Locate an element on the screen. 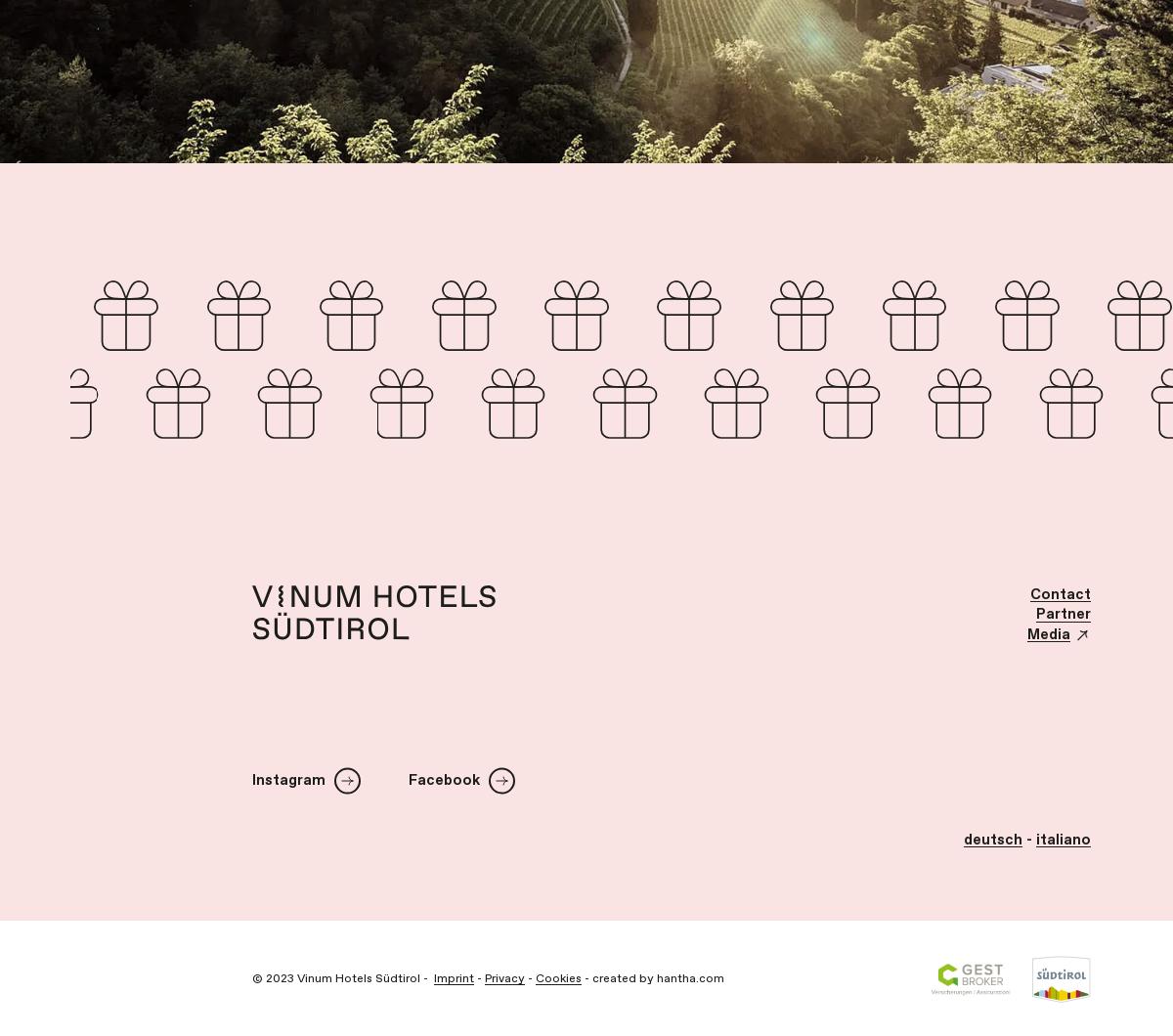 This screenshot has height=1036, width=1173. 'Contact' is located at coordinates (1028, 594).